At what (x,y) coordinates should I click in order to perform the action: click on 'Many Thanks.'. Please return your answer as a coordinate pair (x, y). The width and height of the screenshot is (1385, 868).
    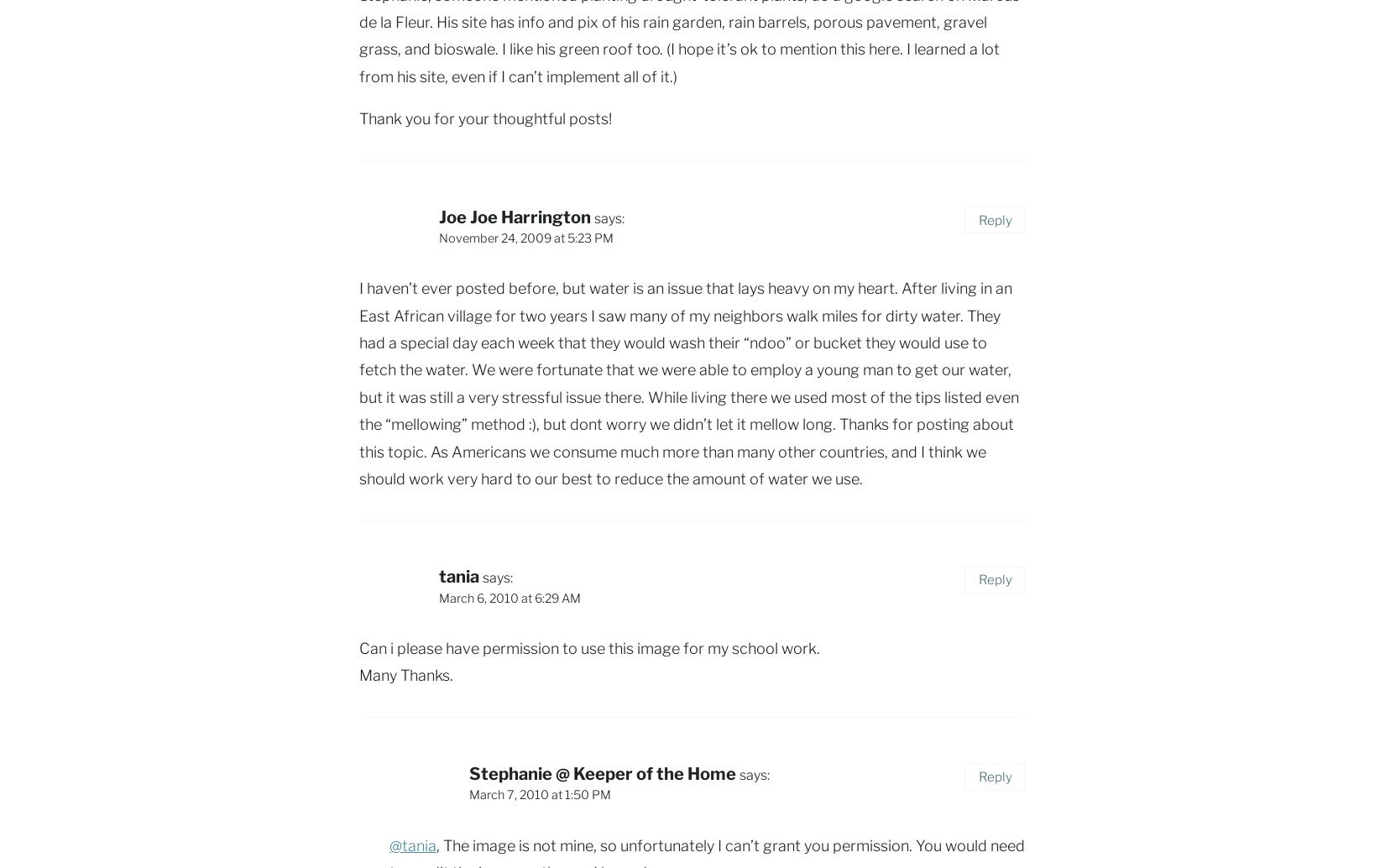
    Looking at the image, I should click on (405, 674).